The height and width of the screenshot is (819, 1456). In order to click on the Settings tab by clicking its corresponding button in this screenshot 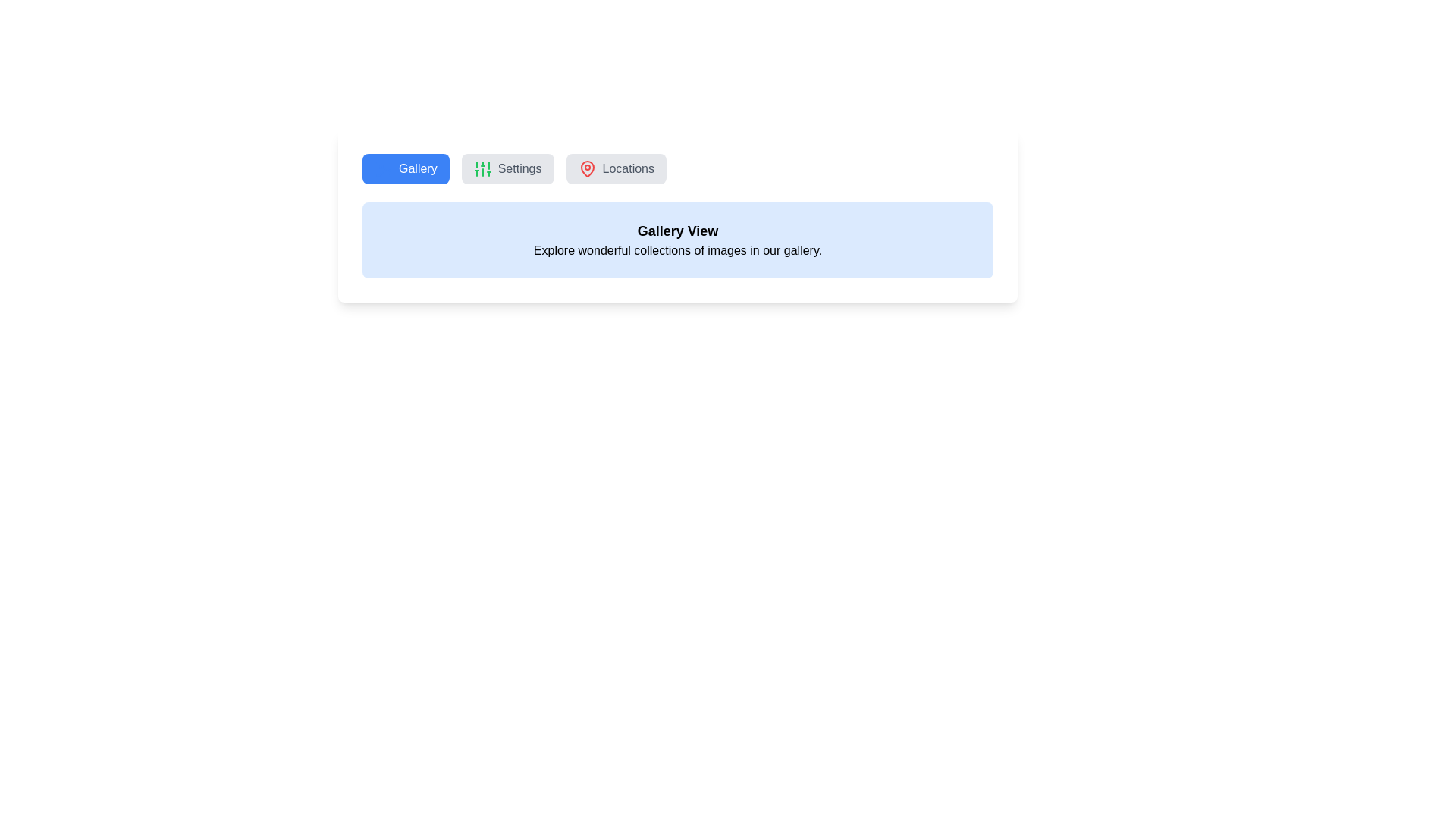, I will do `click(507, 169)`.